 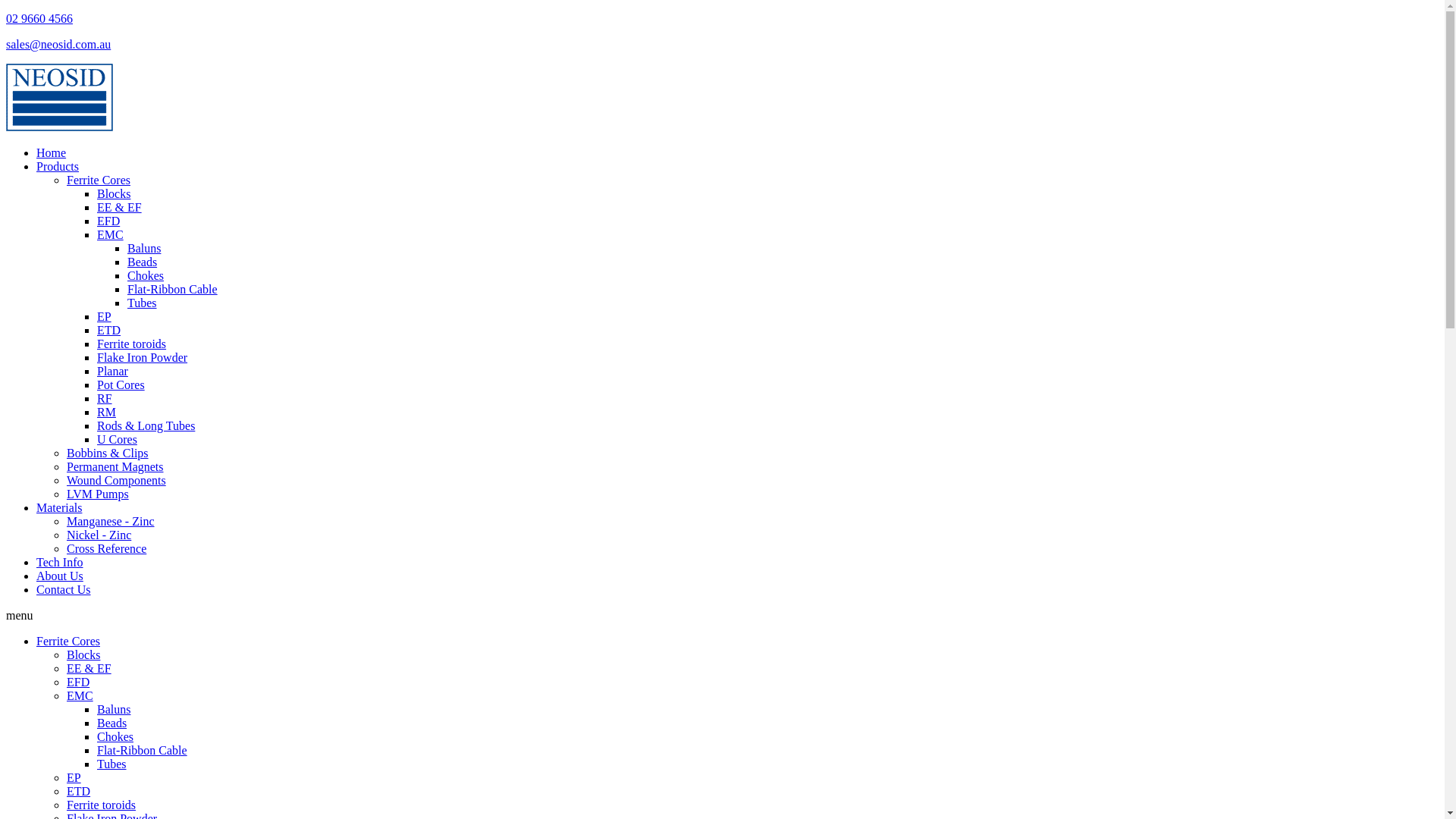 I want to click on 'Ferrite toroids', so click(x=100, y=804).